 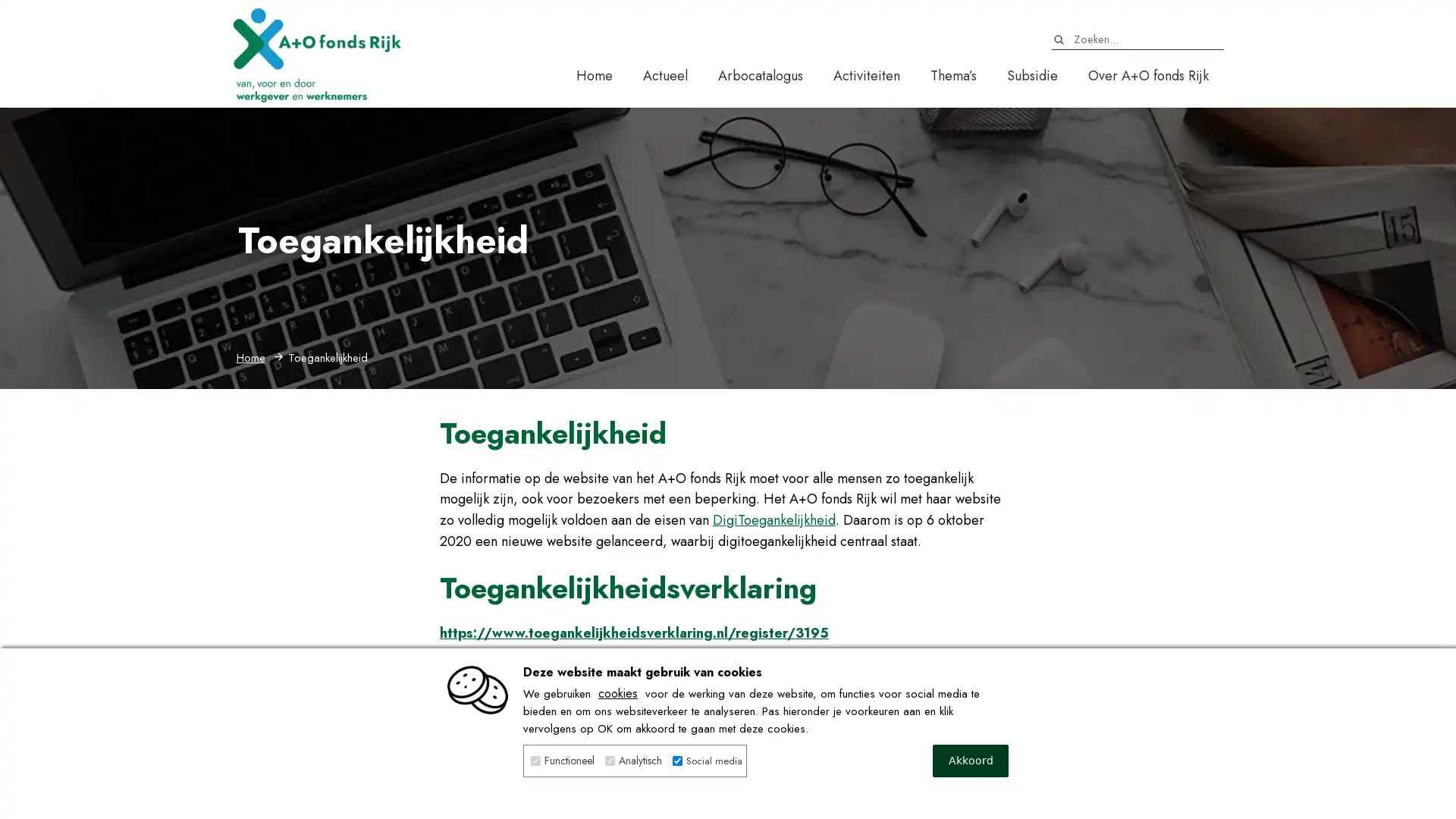 I want to click on Akkoord, so click(x=971, y=761).